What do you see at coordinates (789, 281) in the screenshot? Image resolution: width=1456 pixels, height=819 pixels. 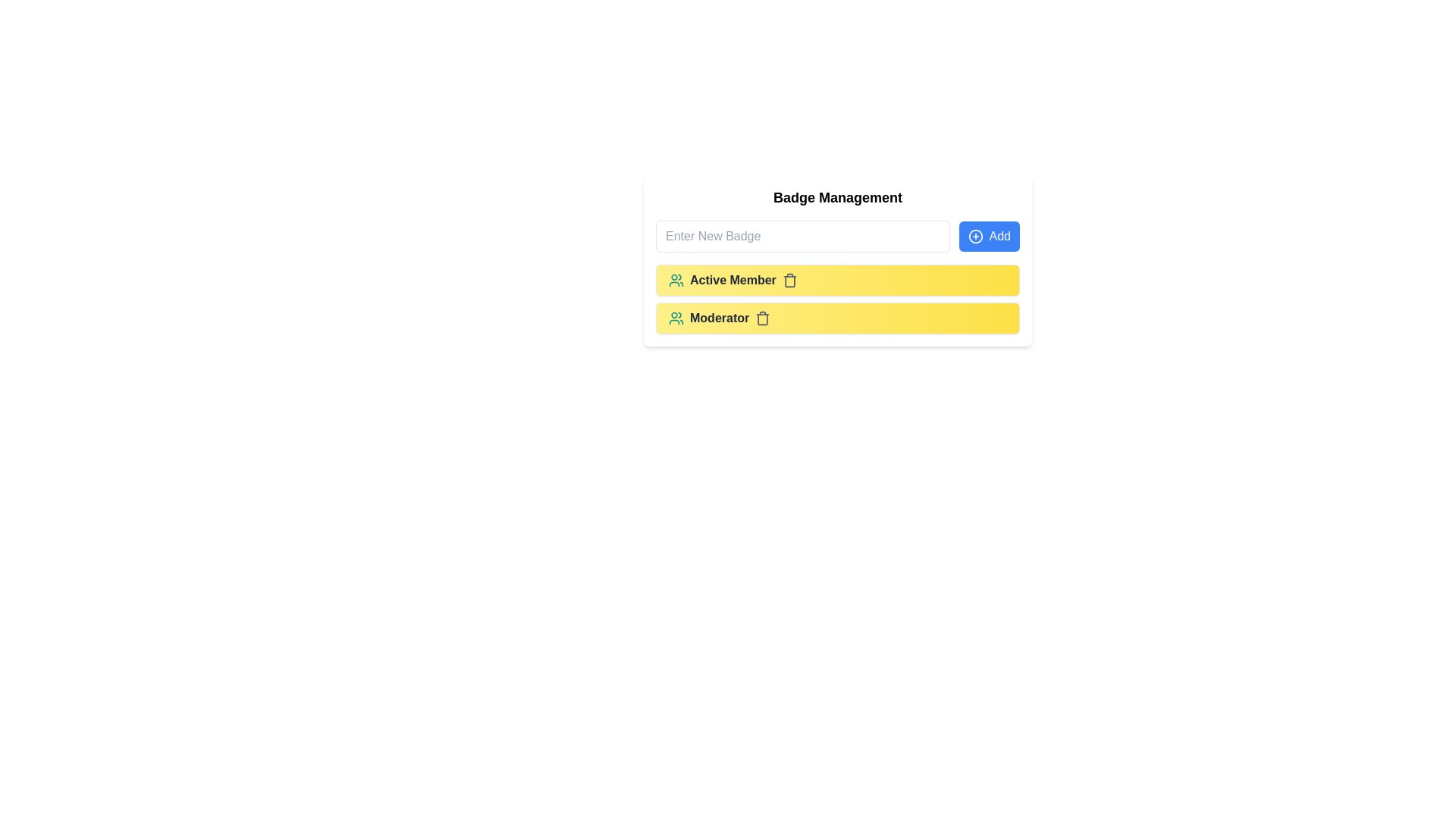 I see `trash icon to remove the badge labeled Active Member` at bounding box center [789, 281].